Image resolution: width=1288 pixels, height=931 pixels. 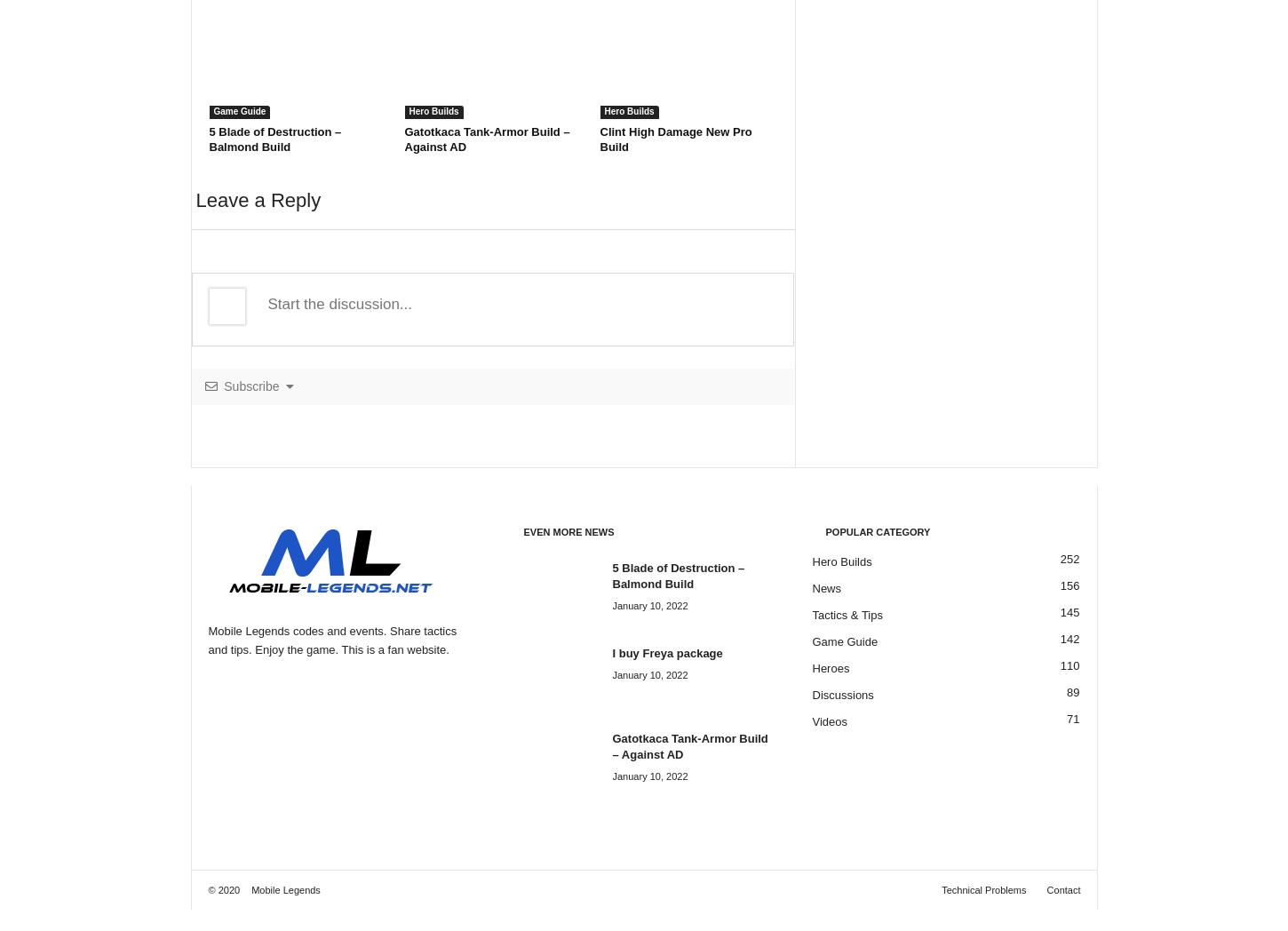 I want to click on '156', so click(x=1068, y=585).